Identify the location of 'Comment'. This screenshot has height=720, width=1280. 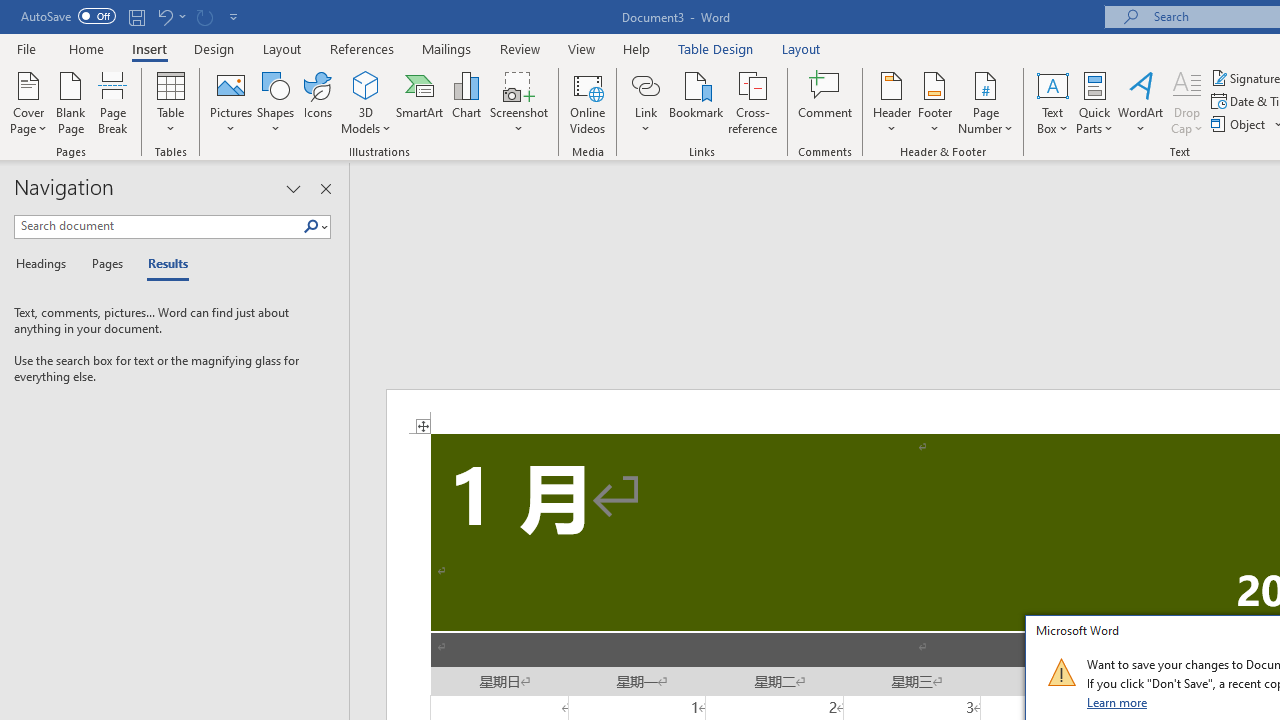
(825, 103).